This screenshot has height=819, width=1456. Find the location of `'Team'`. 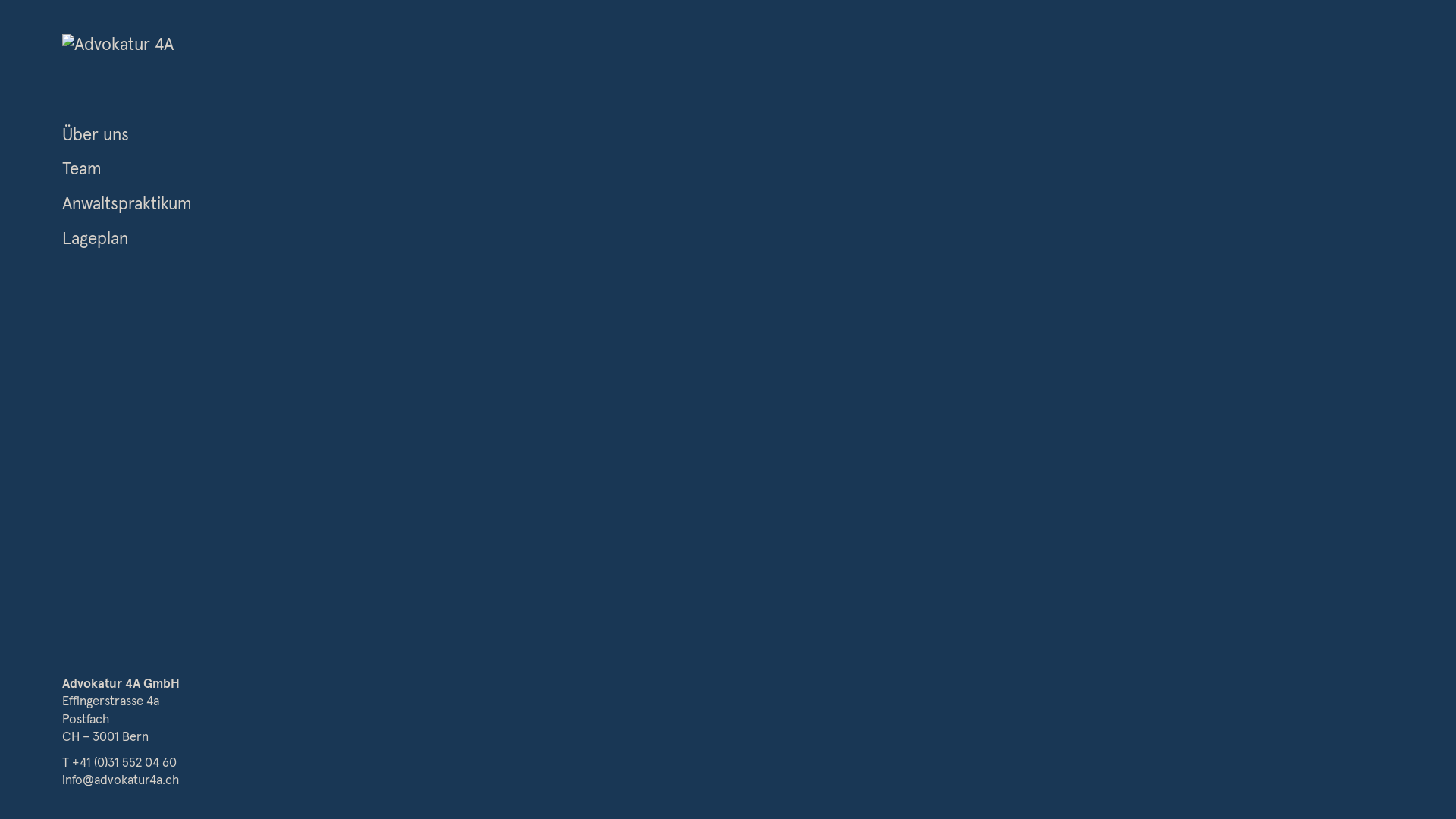

'Team' is located at coordinates (81, 169).